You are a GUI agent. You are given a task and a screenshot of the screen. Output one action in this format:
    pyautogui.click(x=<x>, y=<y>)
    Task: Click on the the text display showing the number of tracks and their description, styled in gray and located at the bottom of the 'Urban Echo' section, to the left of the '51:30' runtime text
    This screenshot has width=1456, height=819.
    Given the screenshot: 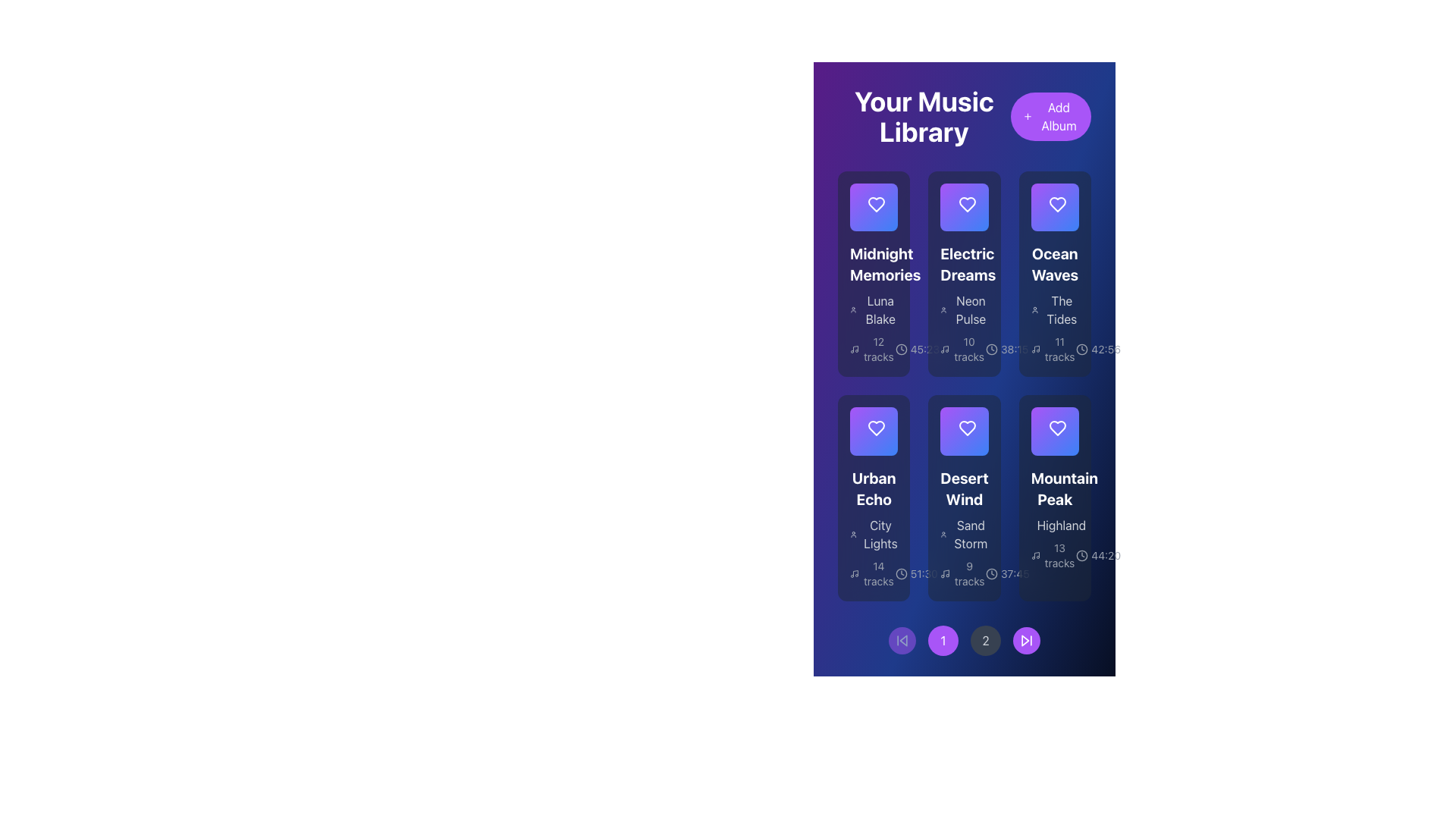 What is the action you would take?
    pyautogui.click(x=874, y=573)
    